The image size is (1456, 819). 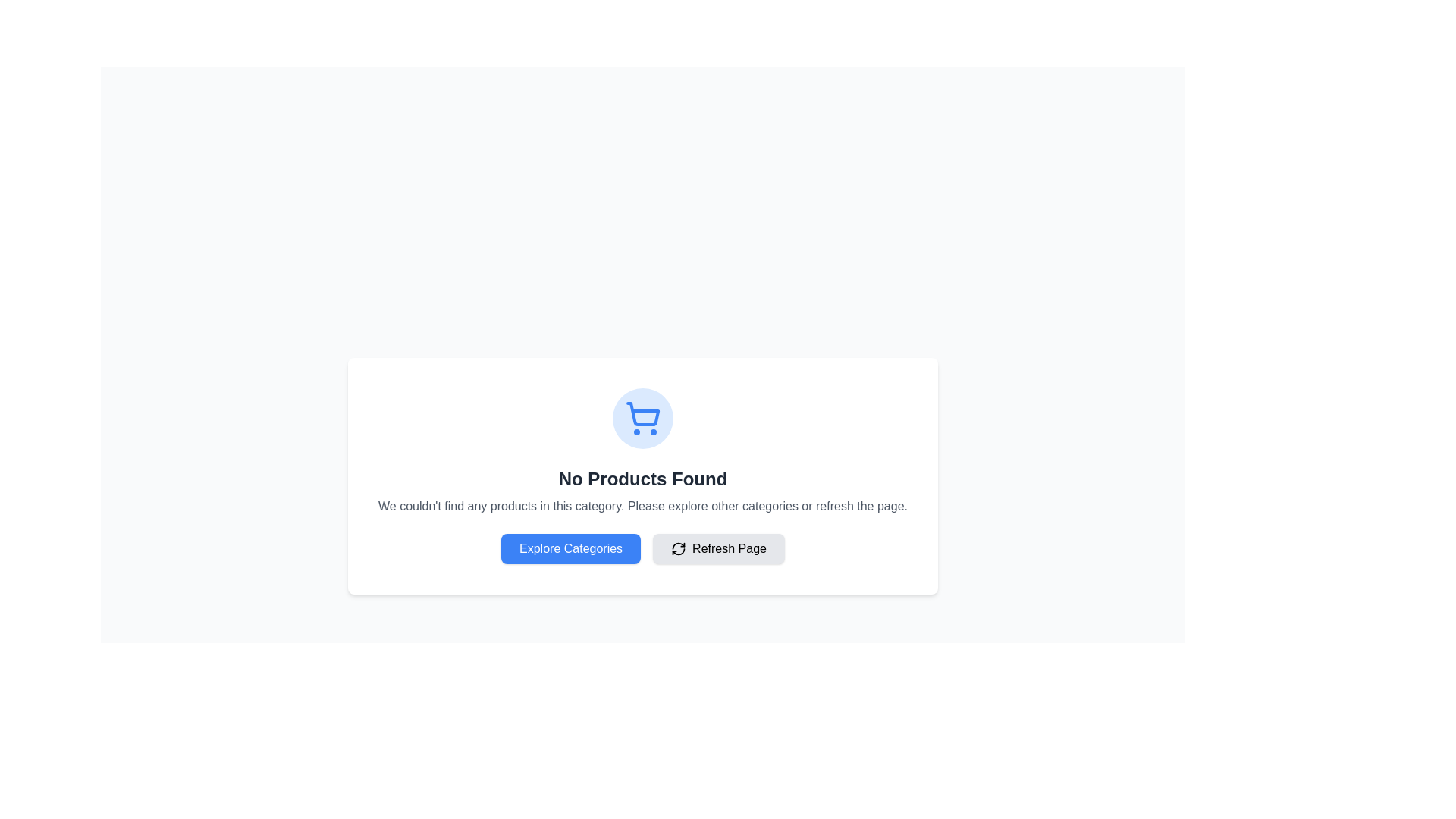 What do you see at coordinates (643, 418) in the screenshot?
I see `the Icon Button that indicates an empty shopping cart, positioned centrally above the 'No Products Found' text` at bounding box center [643, 418].